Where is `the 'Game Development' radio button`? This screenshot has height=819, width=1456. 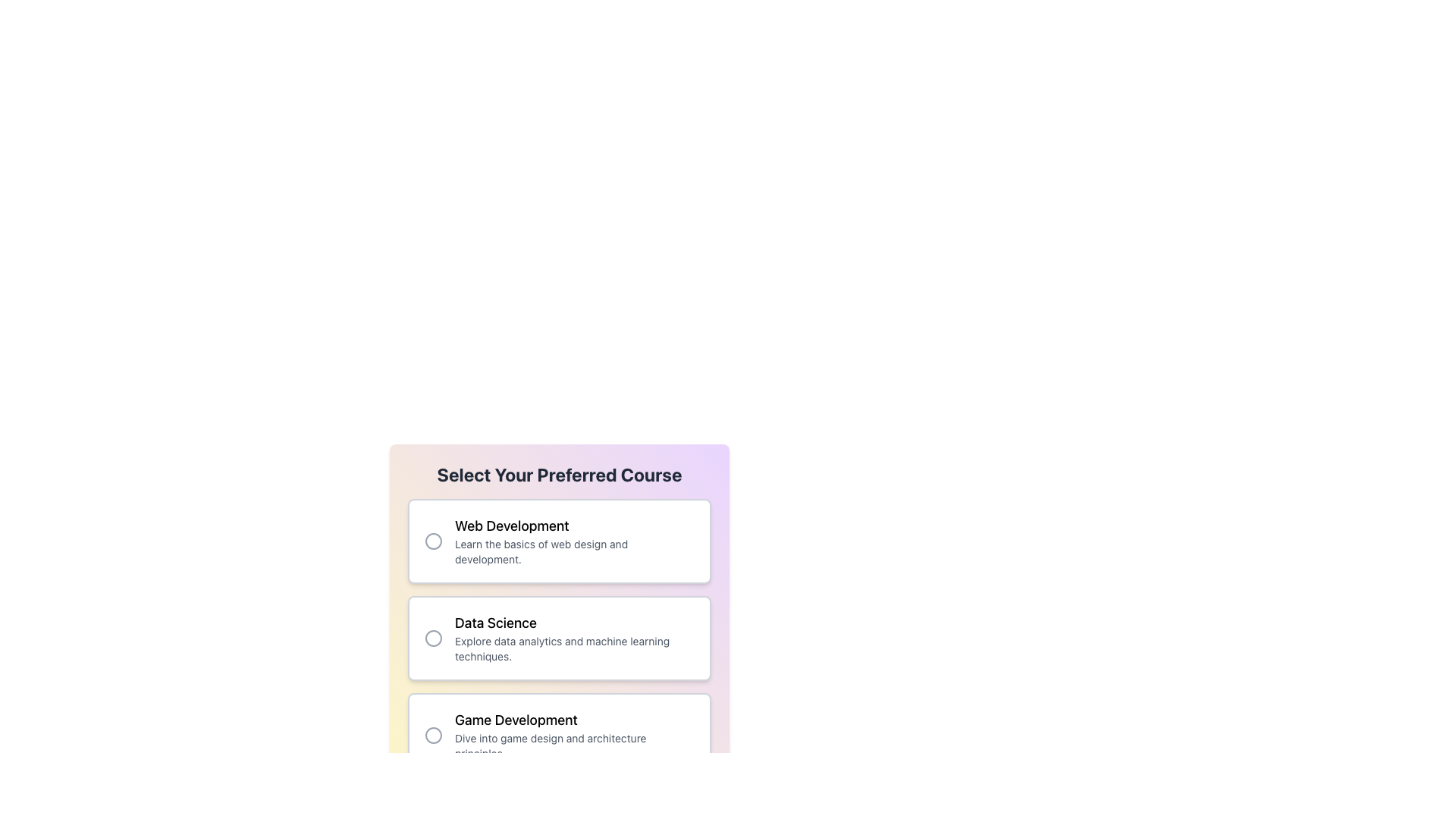
the 'Game Development' radio button is located at coordinates (432, 734).